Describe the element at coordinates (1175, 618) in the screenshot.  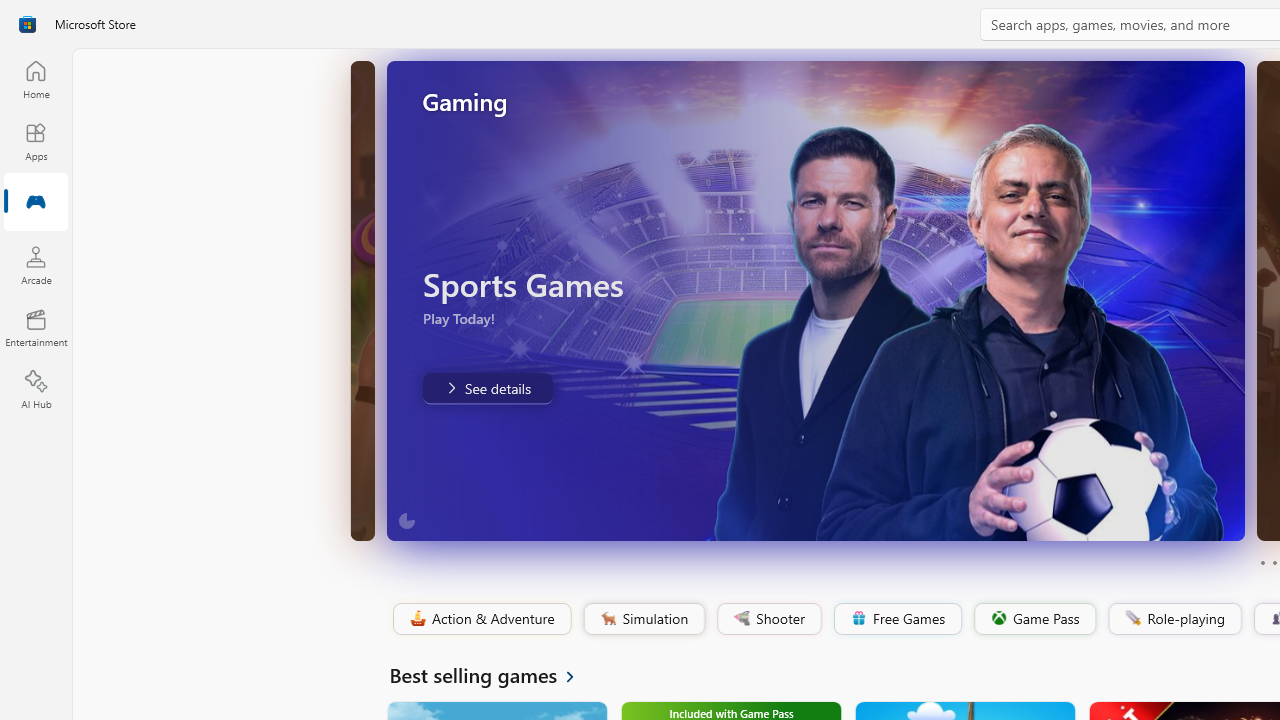
I see `'Role-playing'` at that location.